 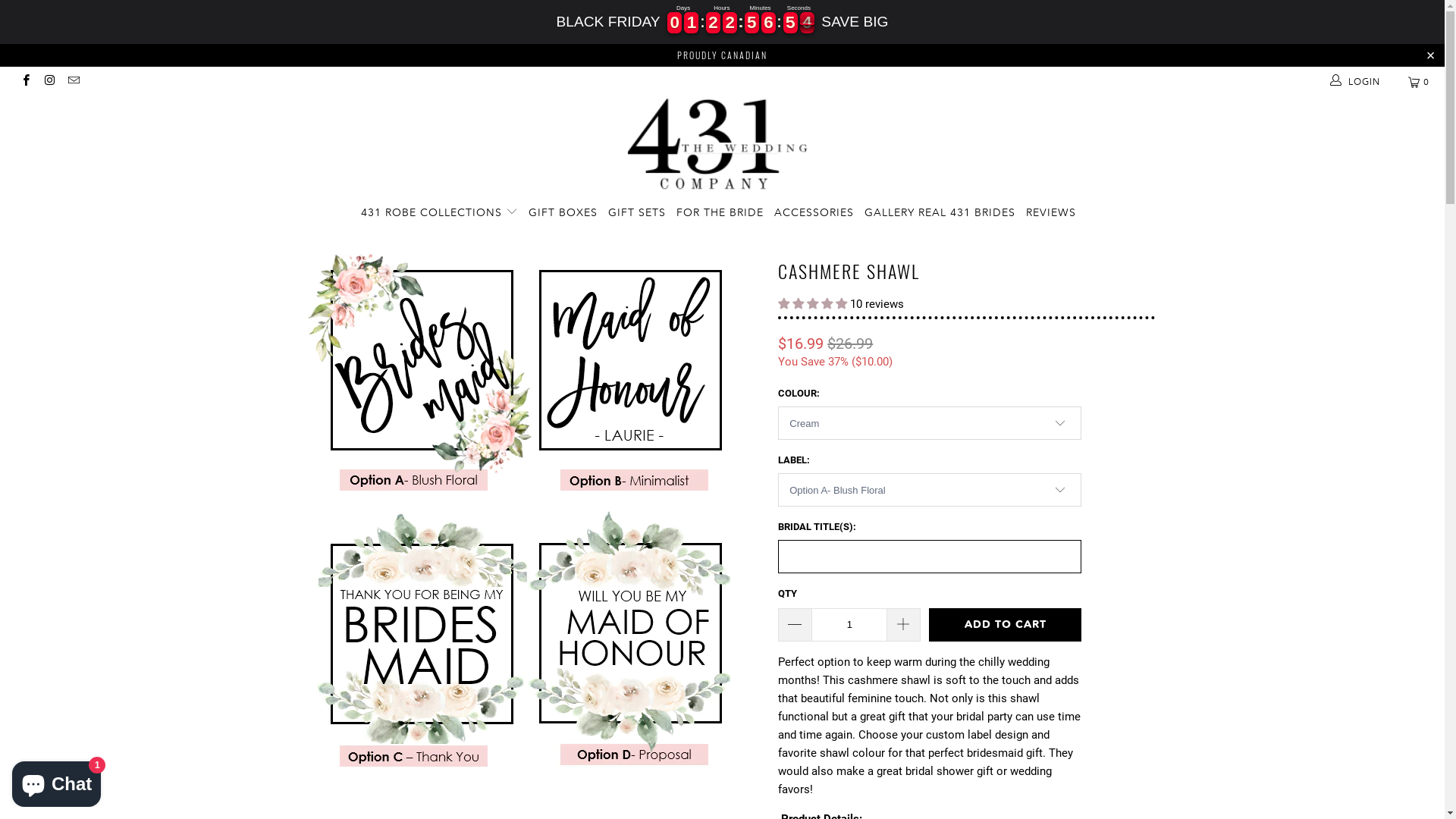 What do you see at coordinates (56, 780) in the screenshot?
I see `'Shopify online store chat'` at bounding box center [56, 780].